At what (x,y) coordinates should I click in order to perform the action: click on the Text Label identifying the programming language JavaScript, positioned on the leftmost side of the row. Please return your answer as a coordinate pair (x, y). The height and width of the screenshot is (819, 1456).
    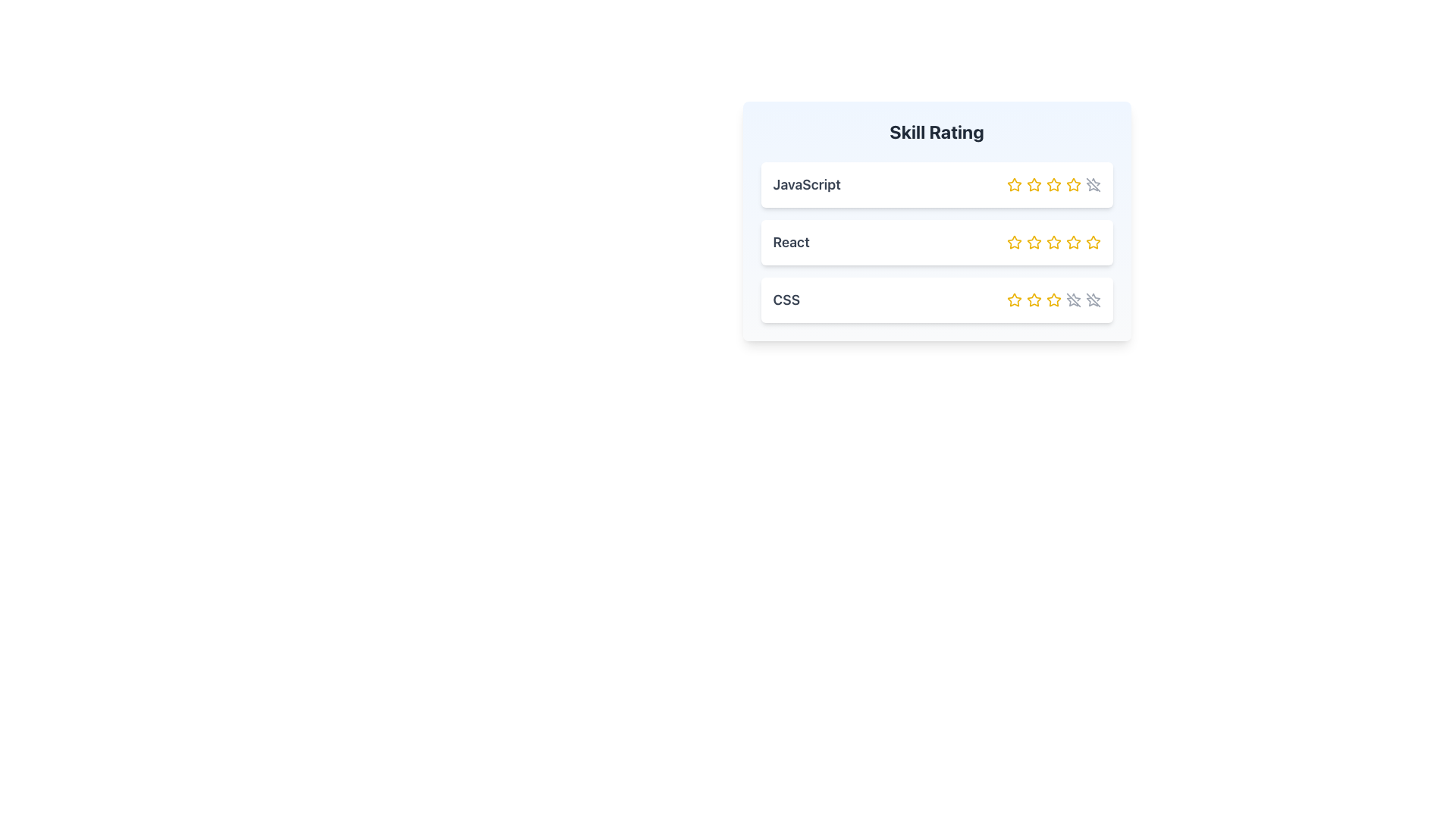
    Looking at the image, I should click on (806, 184).